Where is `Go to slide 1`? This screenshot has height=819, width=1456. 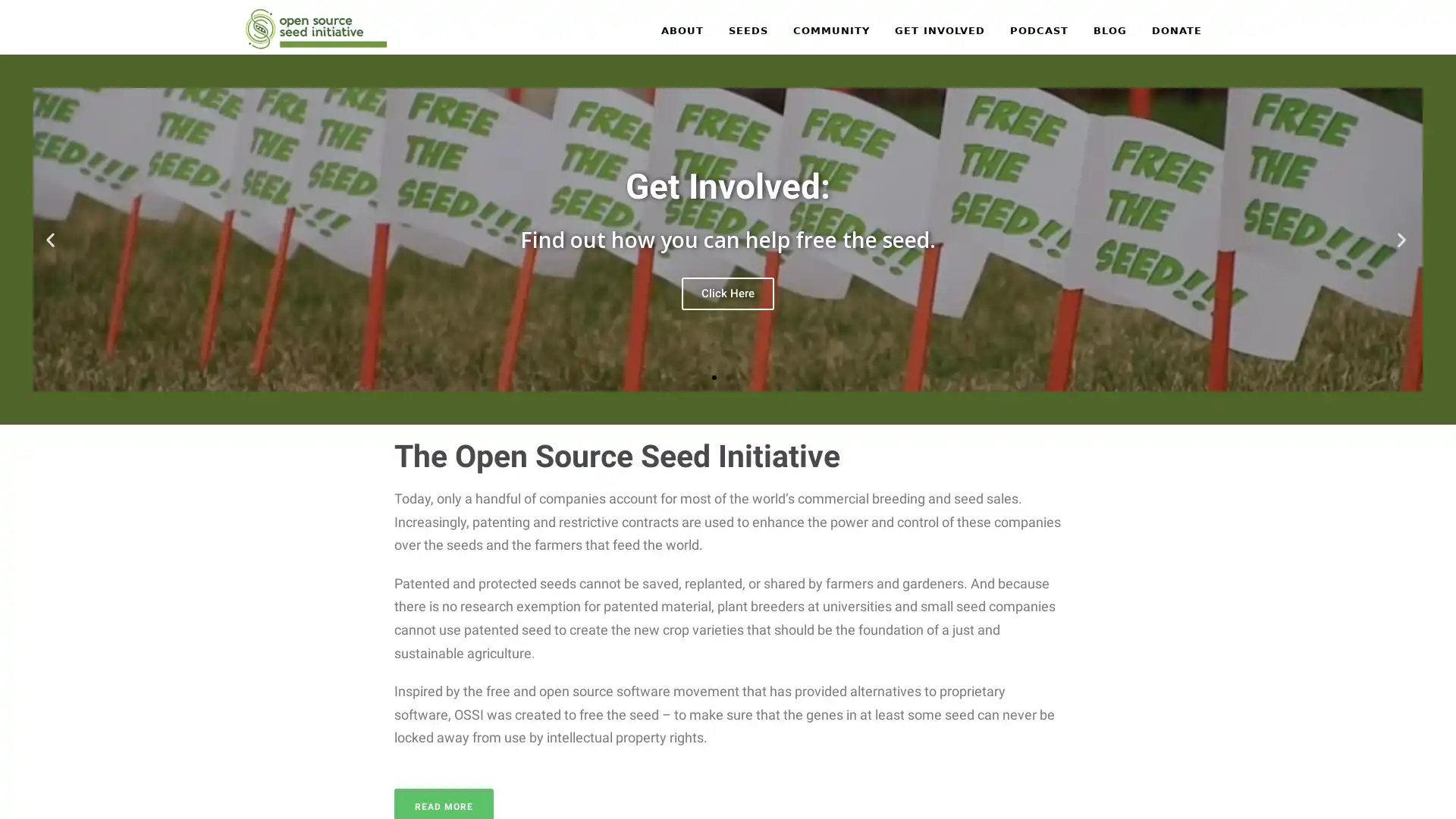
Go to slide 1 is located at coordinates (713, 376).